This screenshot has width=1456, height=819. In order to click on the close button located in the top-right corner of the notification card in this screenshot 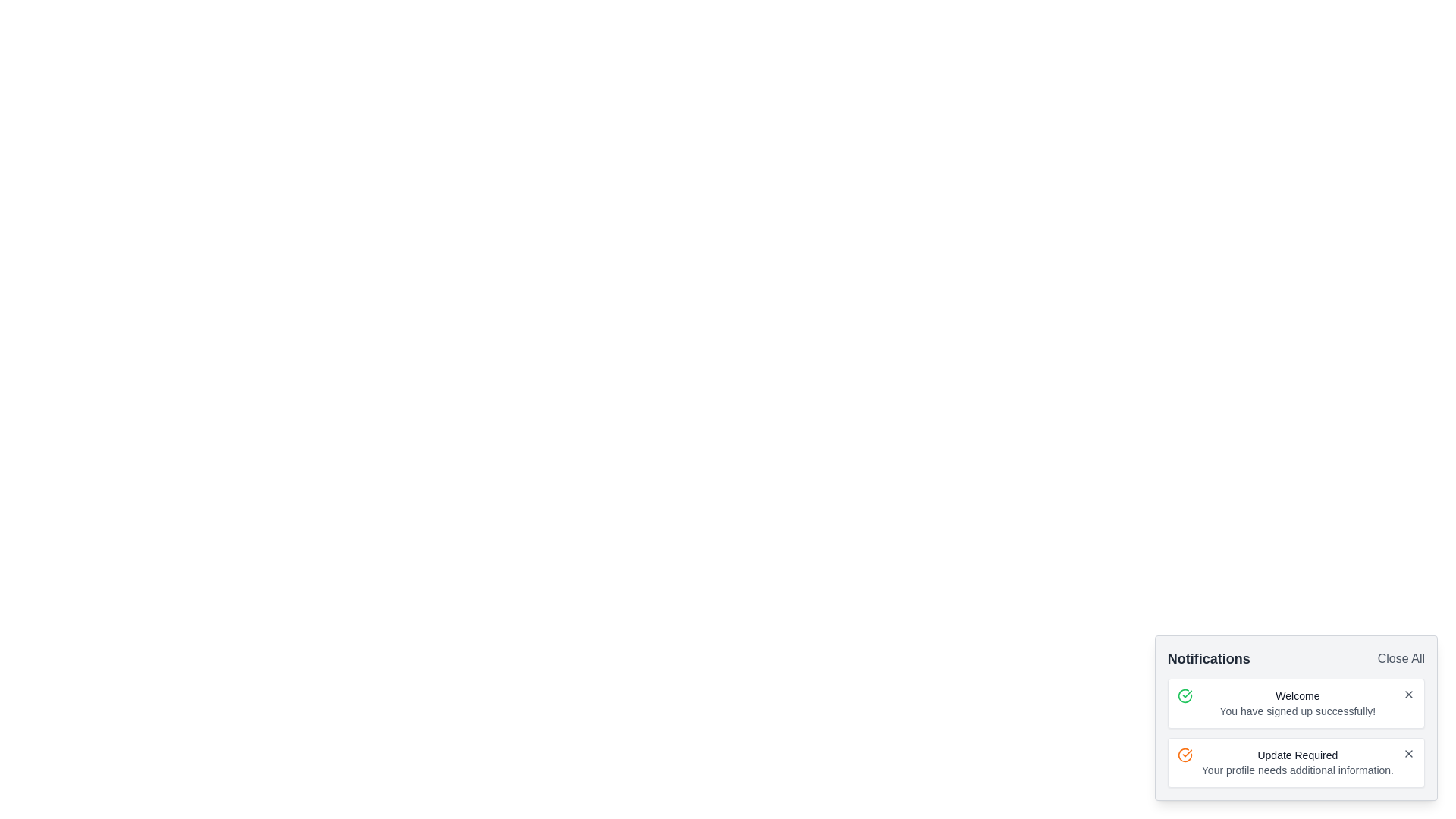, I will do `click(1407, 754)`.